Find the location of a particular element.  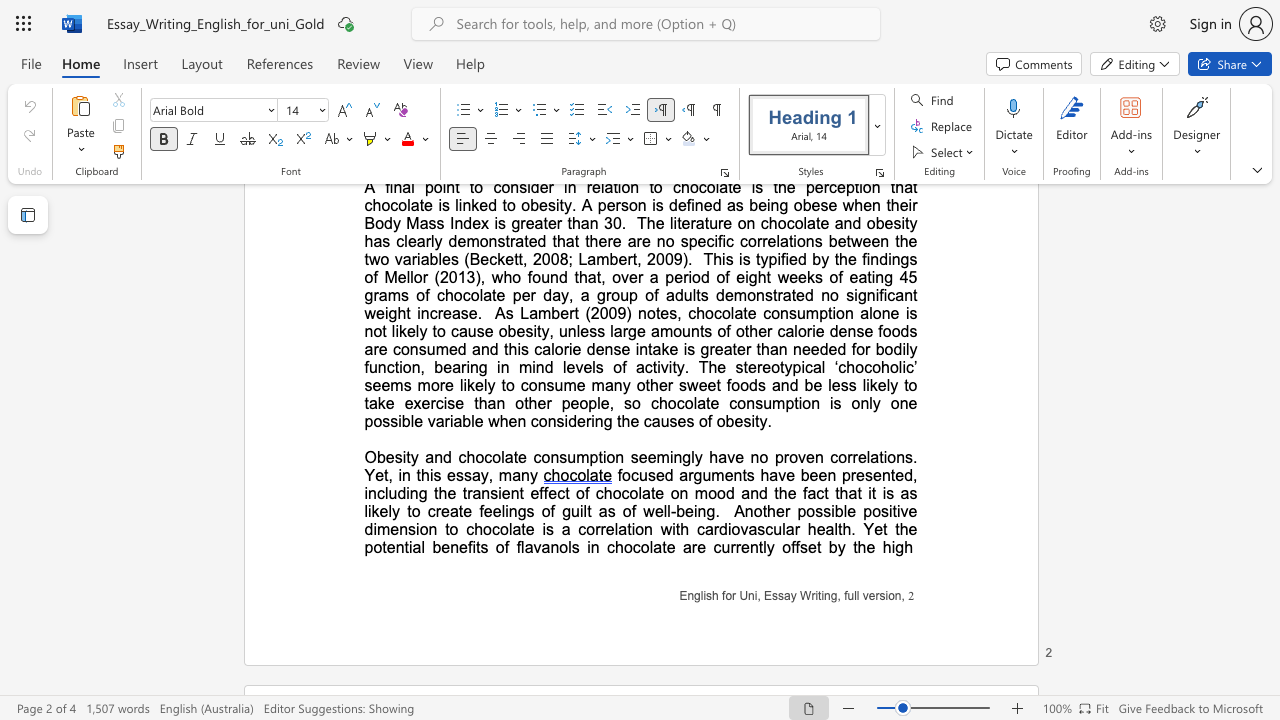

the subset text "lish for Uni, Essay Writing, full vers" within the text "English for Uni, Essay Writing, full version," is located at coordinates (700, 595).